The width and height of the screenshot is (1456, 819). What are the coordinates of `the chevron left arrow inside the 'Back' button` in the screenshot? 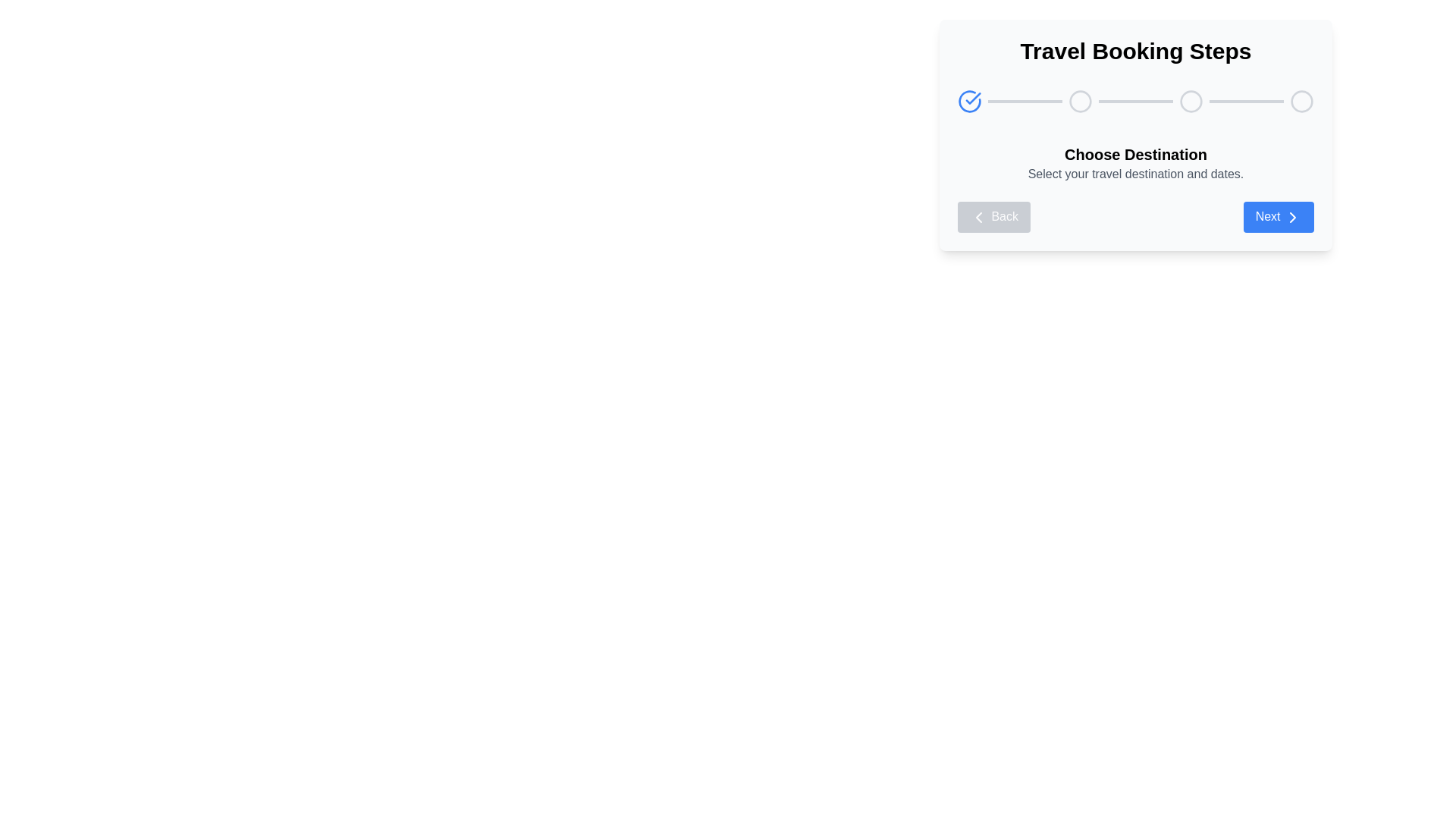 It's located at (979, 216).